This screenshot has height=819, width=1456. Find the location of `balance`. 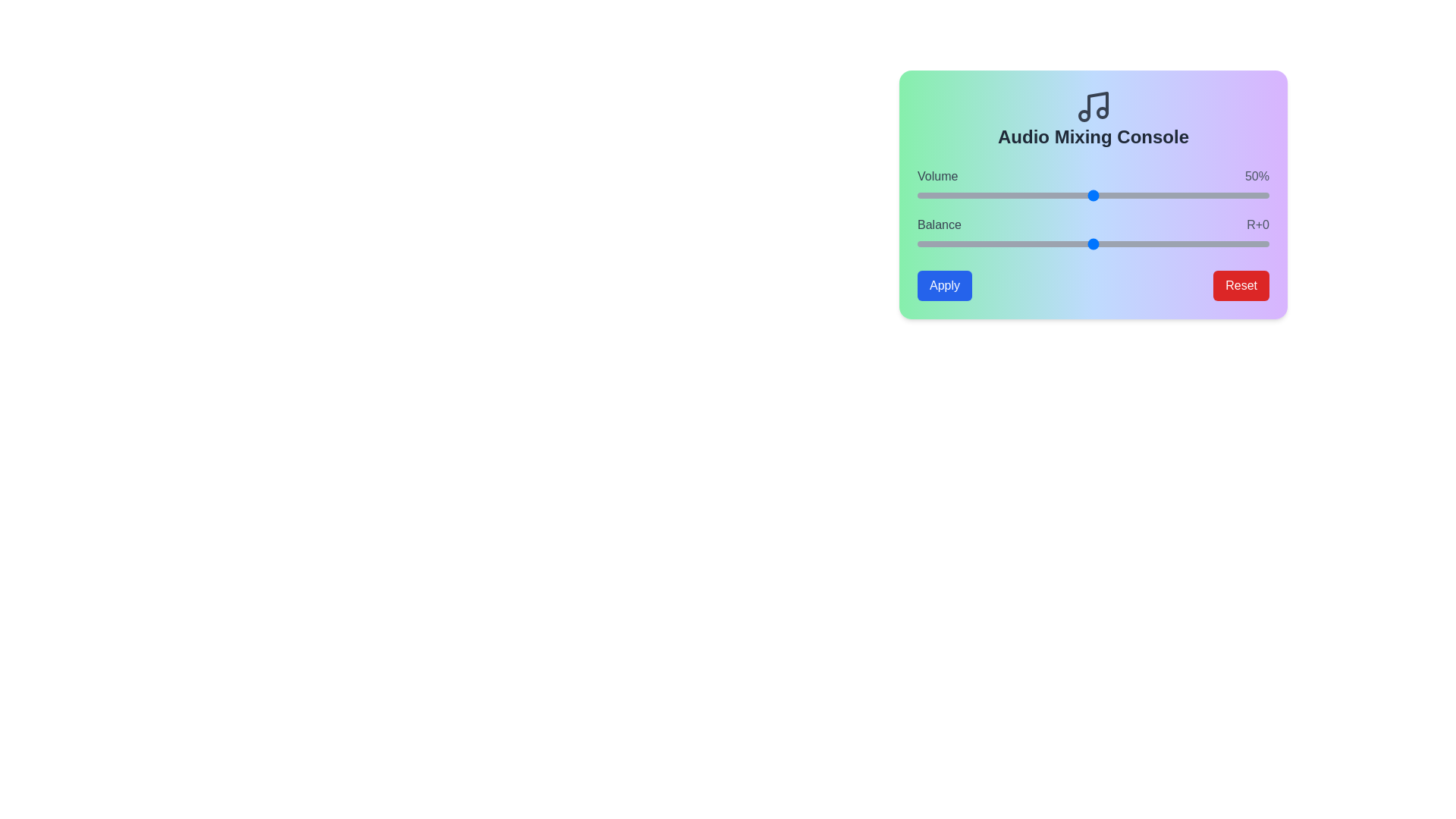

balance is located at coordinates (1212, 243).